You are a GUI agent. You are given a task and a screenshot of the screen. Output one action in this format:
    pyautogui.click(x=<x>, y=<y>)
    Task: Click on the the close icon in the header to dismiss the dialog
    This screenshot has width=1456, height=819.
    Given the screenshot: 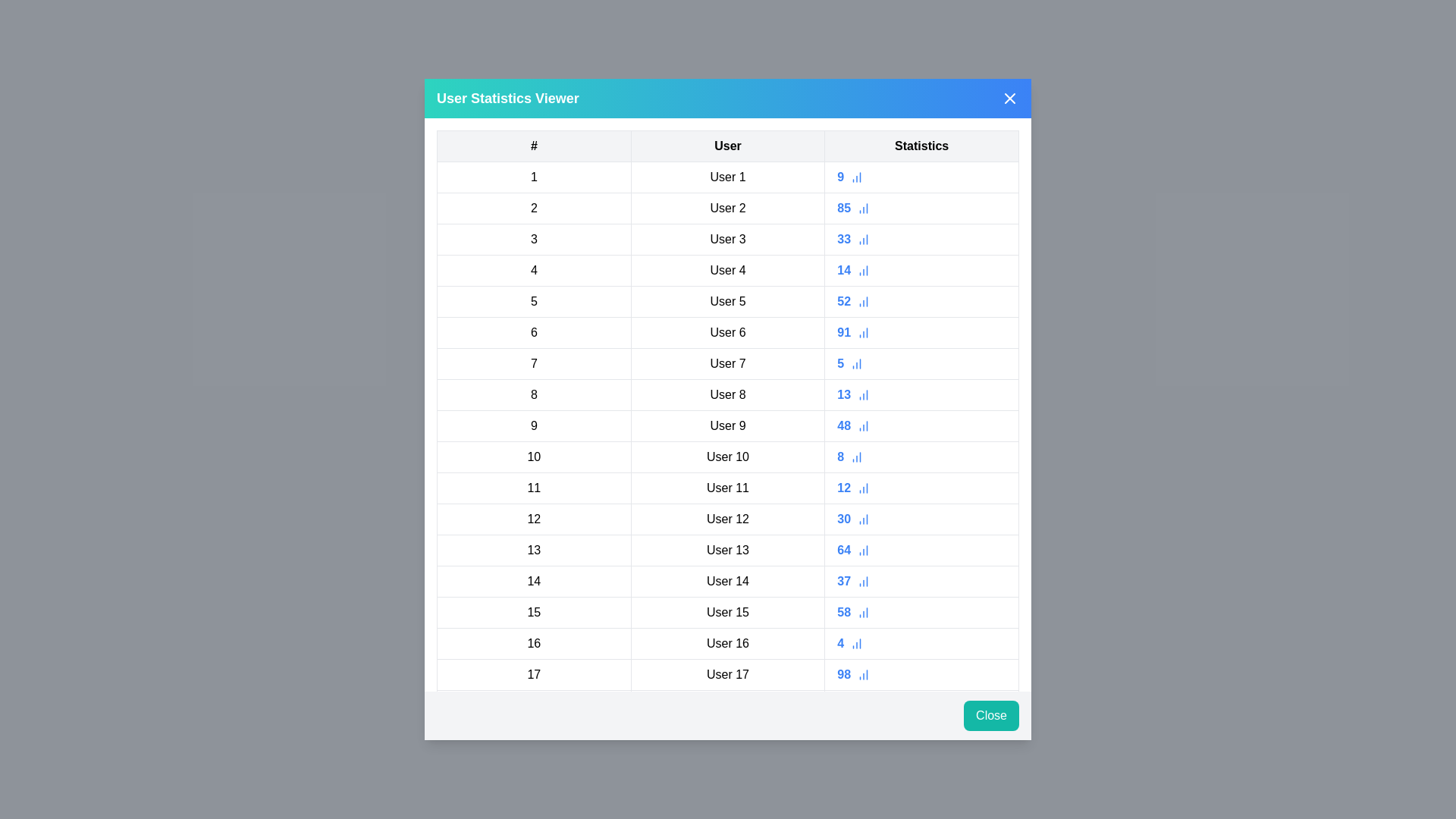 What is the action you would take?
    pyautogui.click(x=1009, y=99)
    